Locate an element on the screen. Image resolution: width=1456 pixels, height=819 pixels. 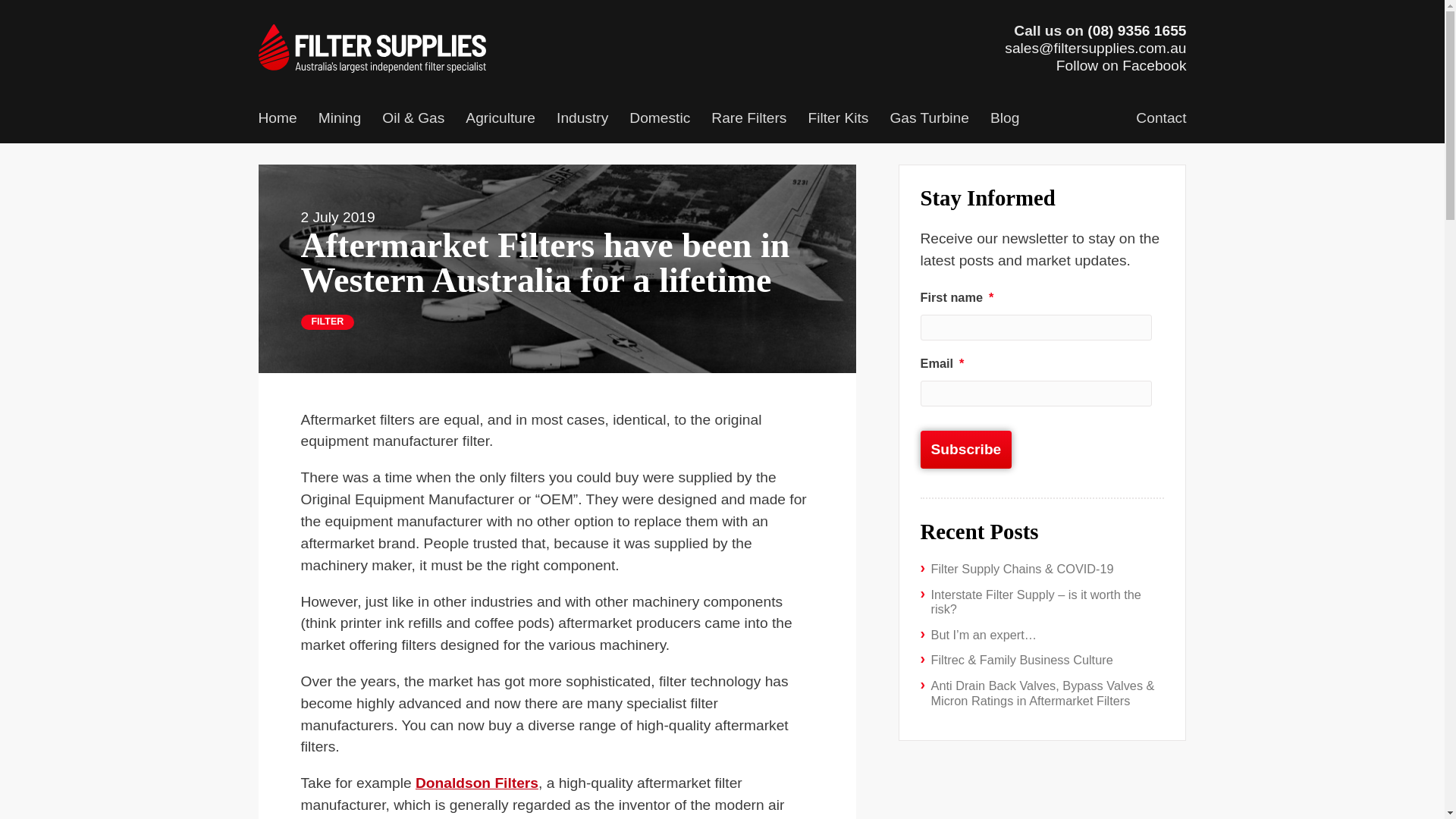
'Donaldson Filters' is located at coordinates (415, 783).